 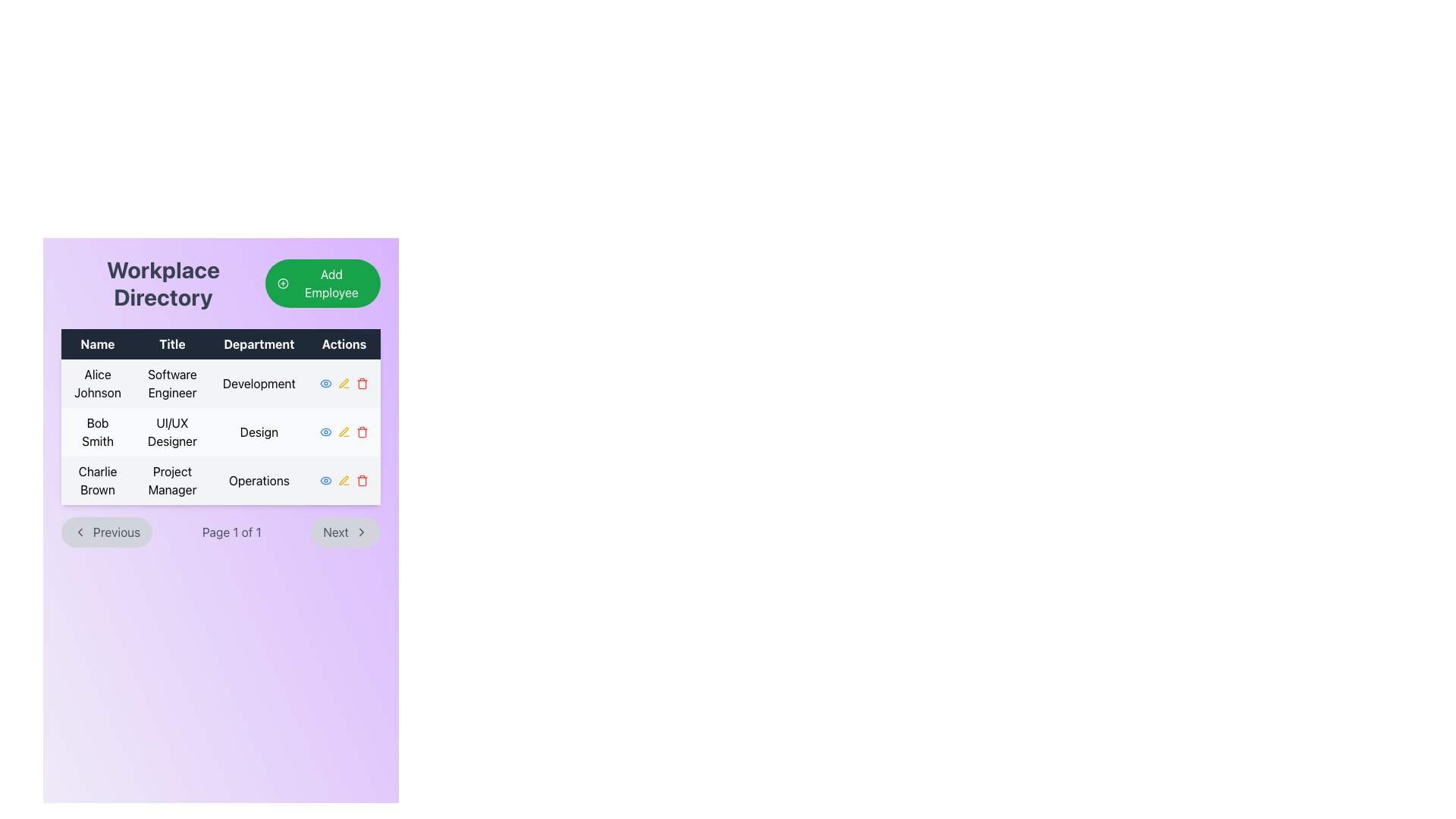 What do you see at coordinates (361, 432) in the screenshot?
I see `the red trash icon located` at bounding box center [361, 432].